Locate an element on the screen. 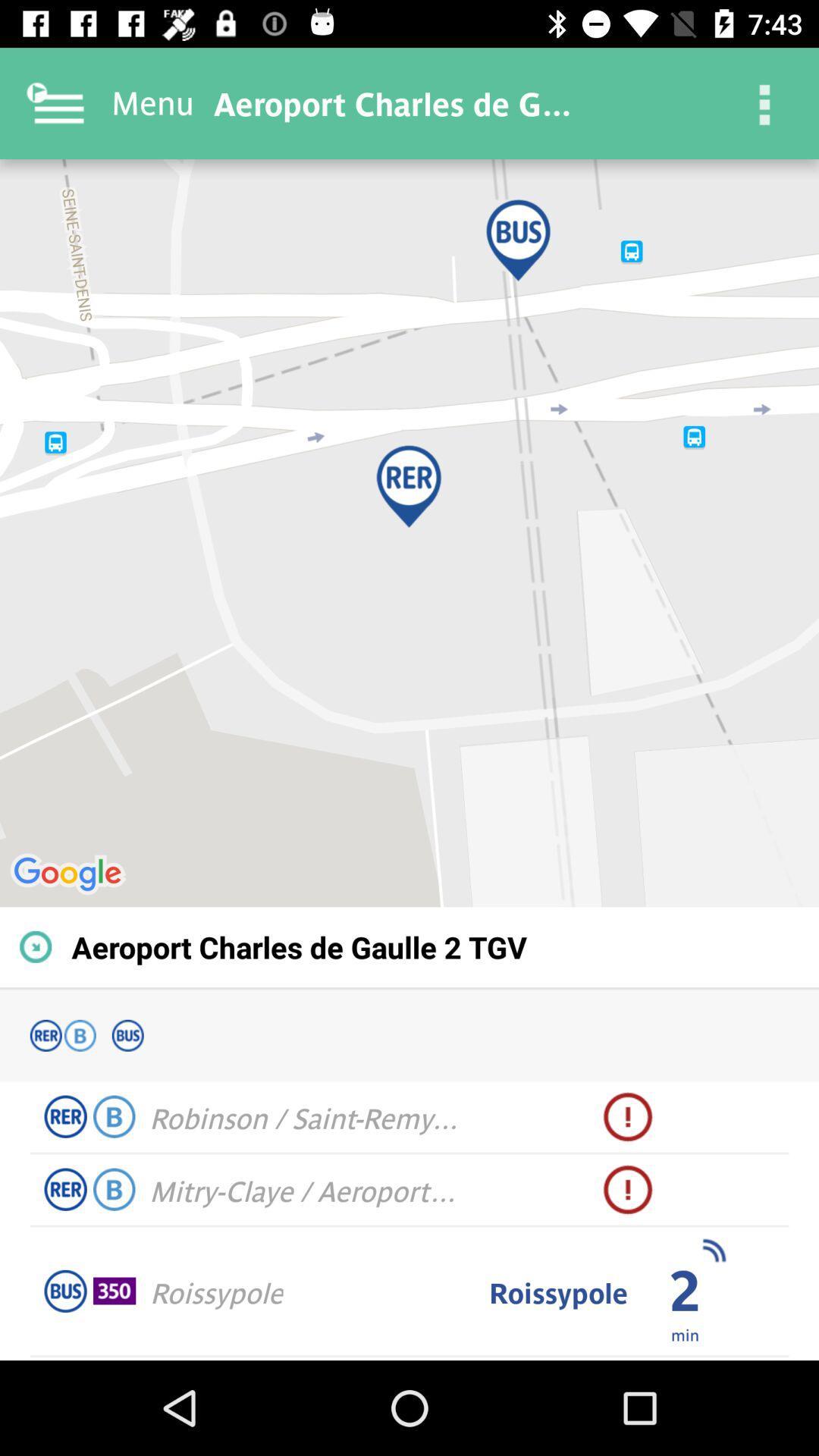  item next to roissypole icon is located at coordinates (685, 1333).